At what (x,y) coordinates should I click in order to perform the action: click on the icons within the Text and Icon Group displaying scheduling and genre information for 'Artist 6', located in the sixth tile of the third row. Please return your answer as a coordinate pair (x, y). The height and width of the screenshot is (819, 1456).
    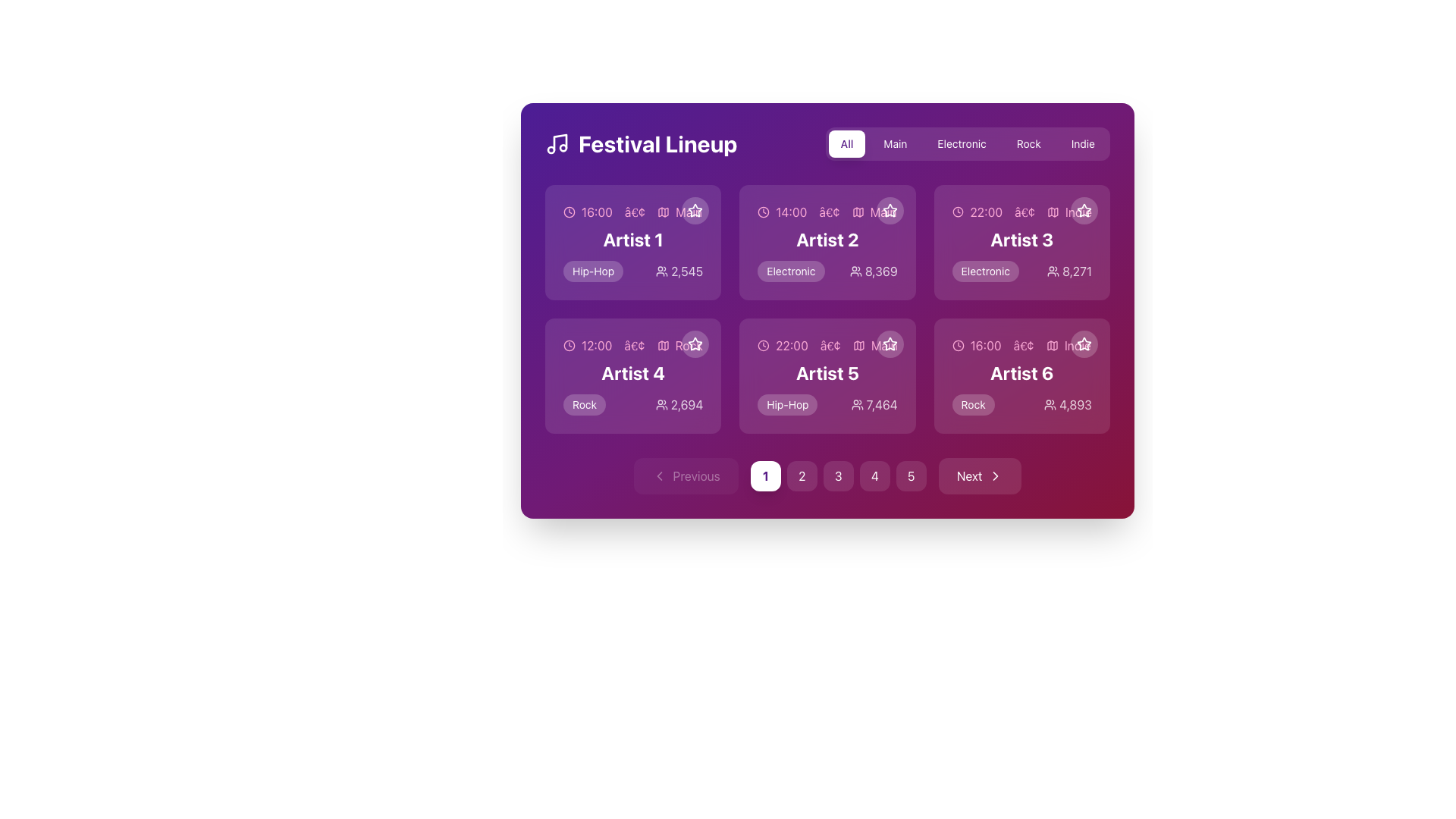
    Looking at the image, I should click on (1021, 345).